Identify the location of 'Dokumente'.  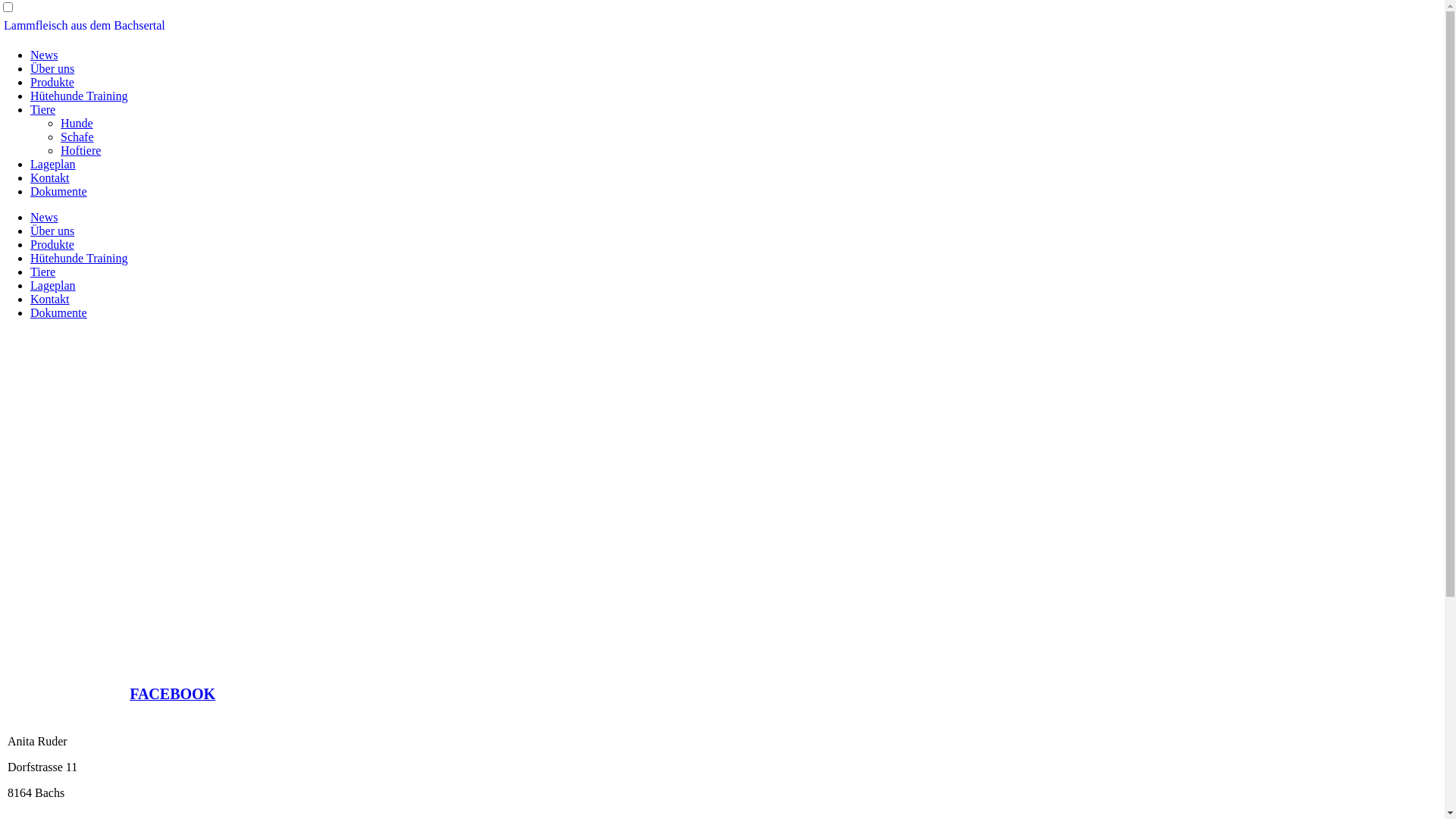
(58, 312).